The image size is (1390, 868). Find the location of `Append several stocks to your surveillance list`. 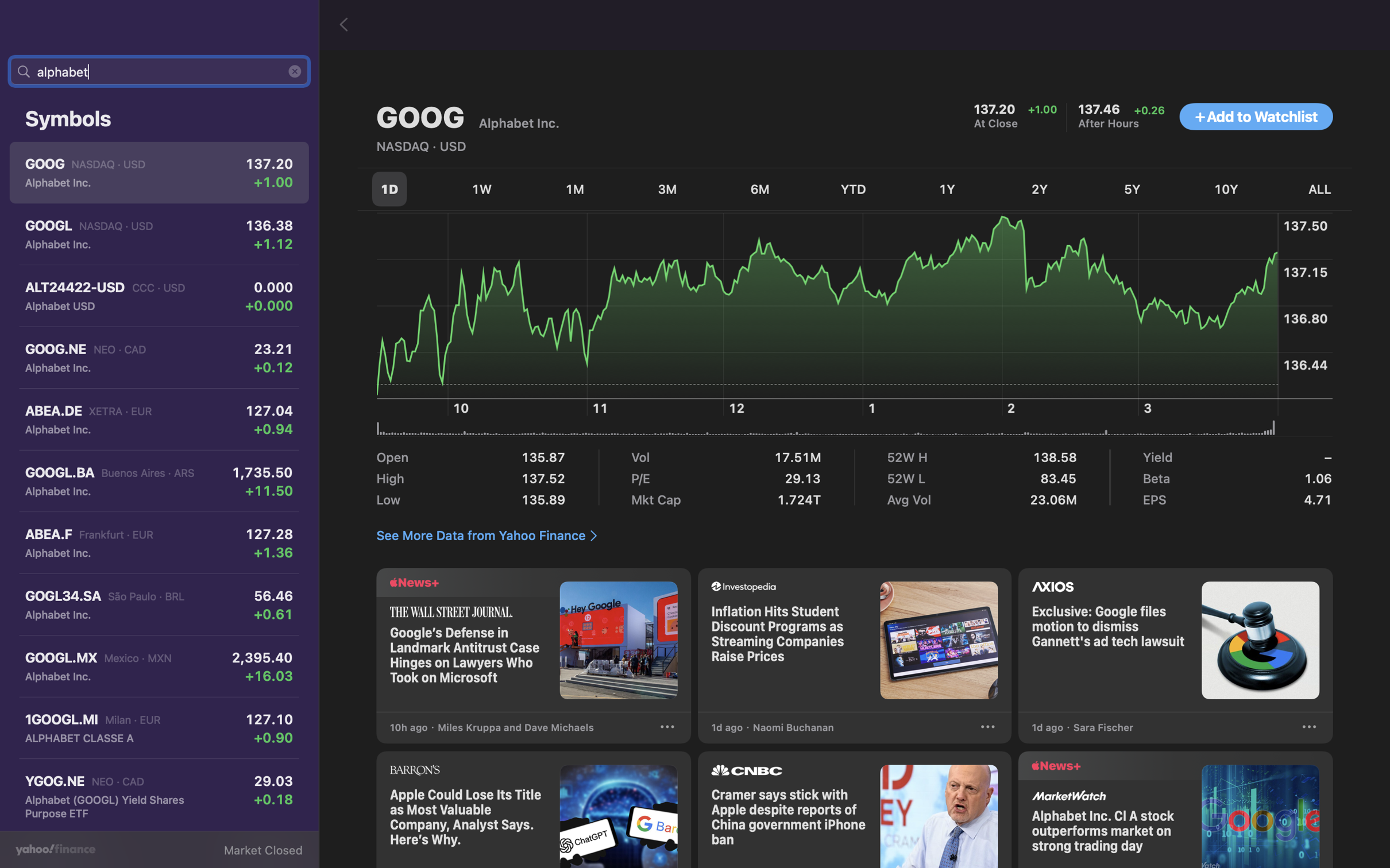

Append several stocks to your surveillance list is located at coordinates (1256, 117).